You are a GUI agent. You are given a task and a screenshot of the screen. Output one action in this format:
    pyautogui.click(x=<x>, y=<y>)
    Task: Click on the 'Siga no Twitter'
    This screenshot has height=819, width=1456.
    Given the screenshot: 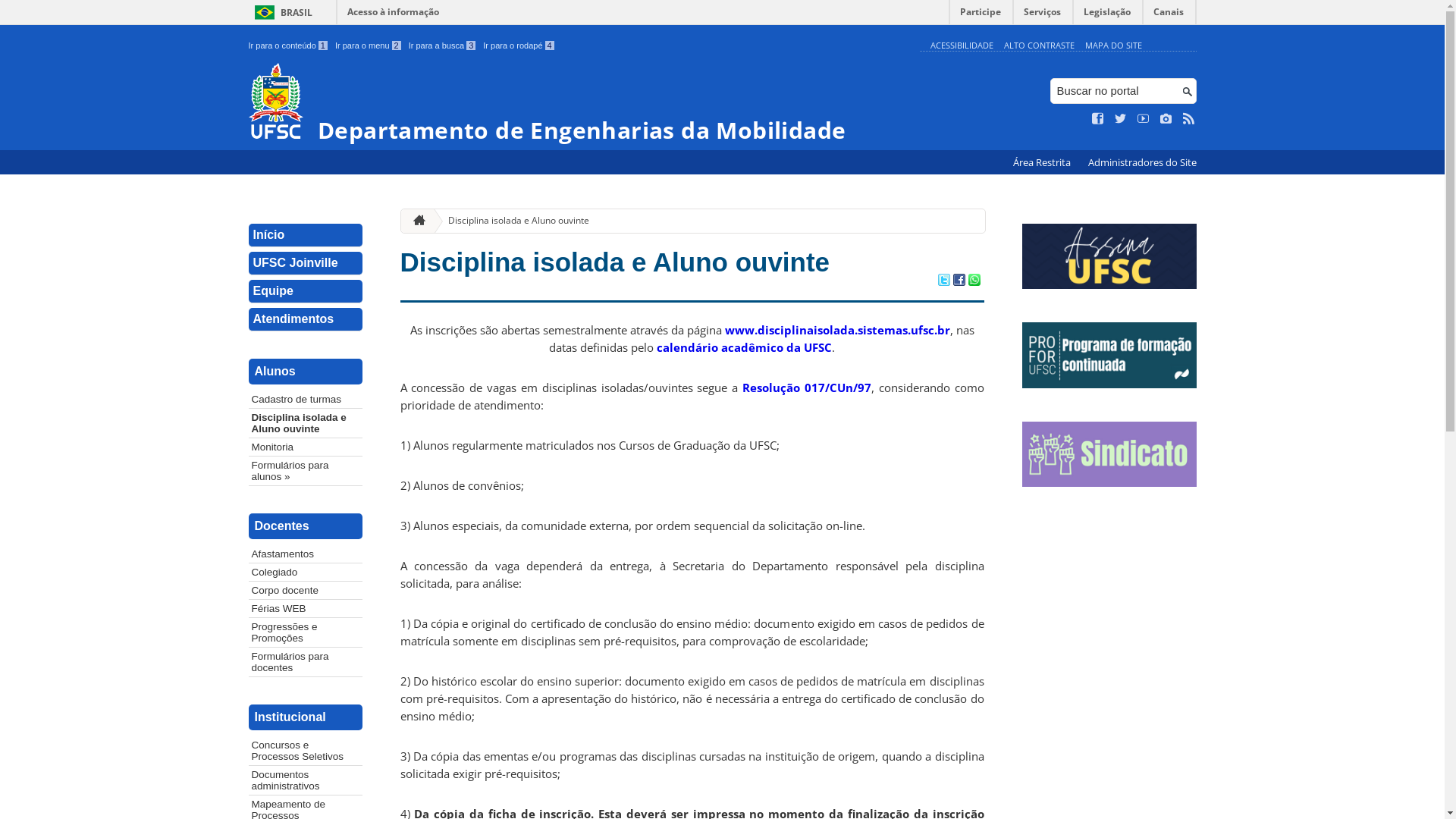 What is the action you would take?
    pyautogui.click(x=1114, y=118)
    